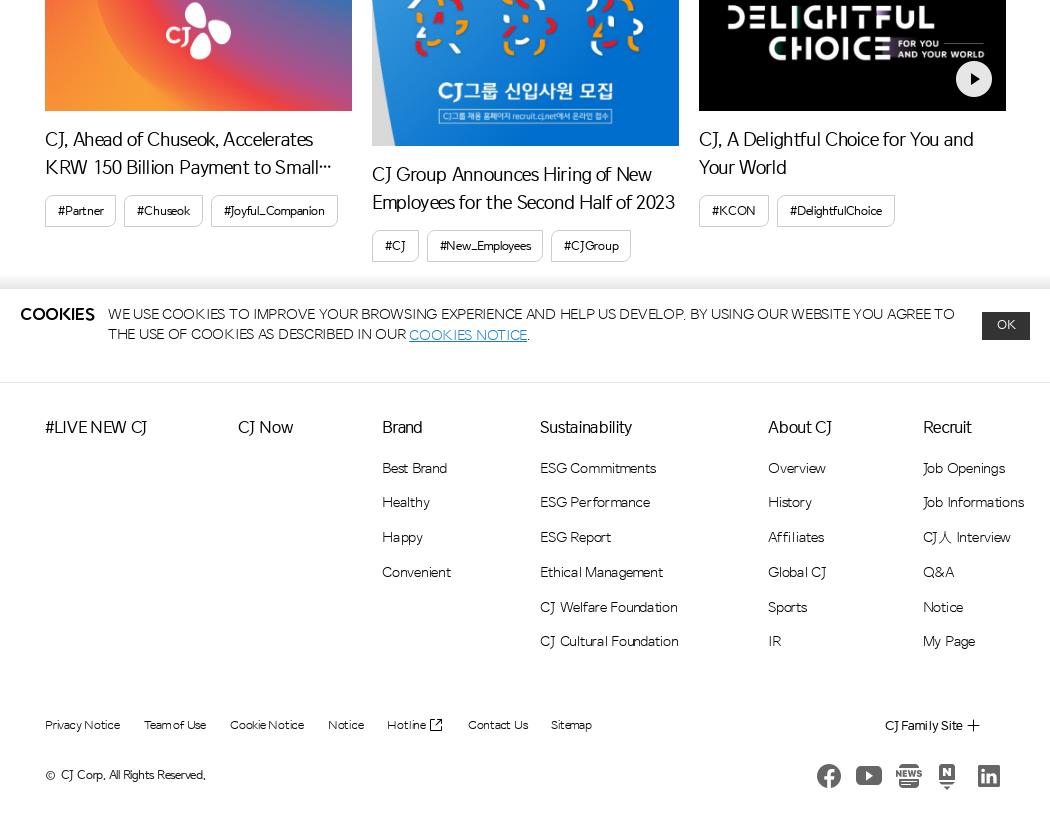 The height and width of the screenshot is (819, 1050). Describe the element at coordinates (405, 501) in the screenshot. I see `'Healthy'` at that location.